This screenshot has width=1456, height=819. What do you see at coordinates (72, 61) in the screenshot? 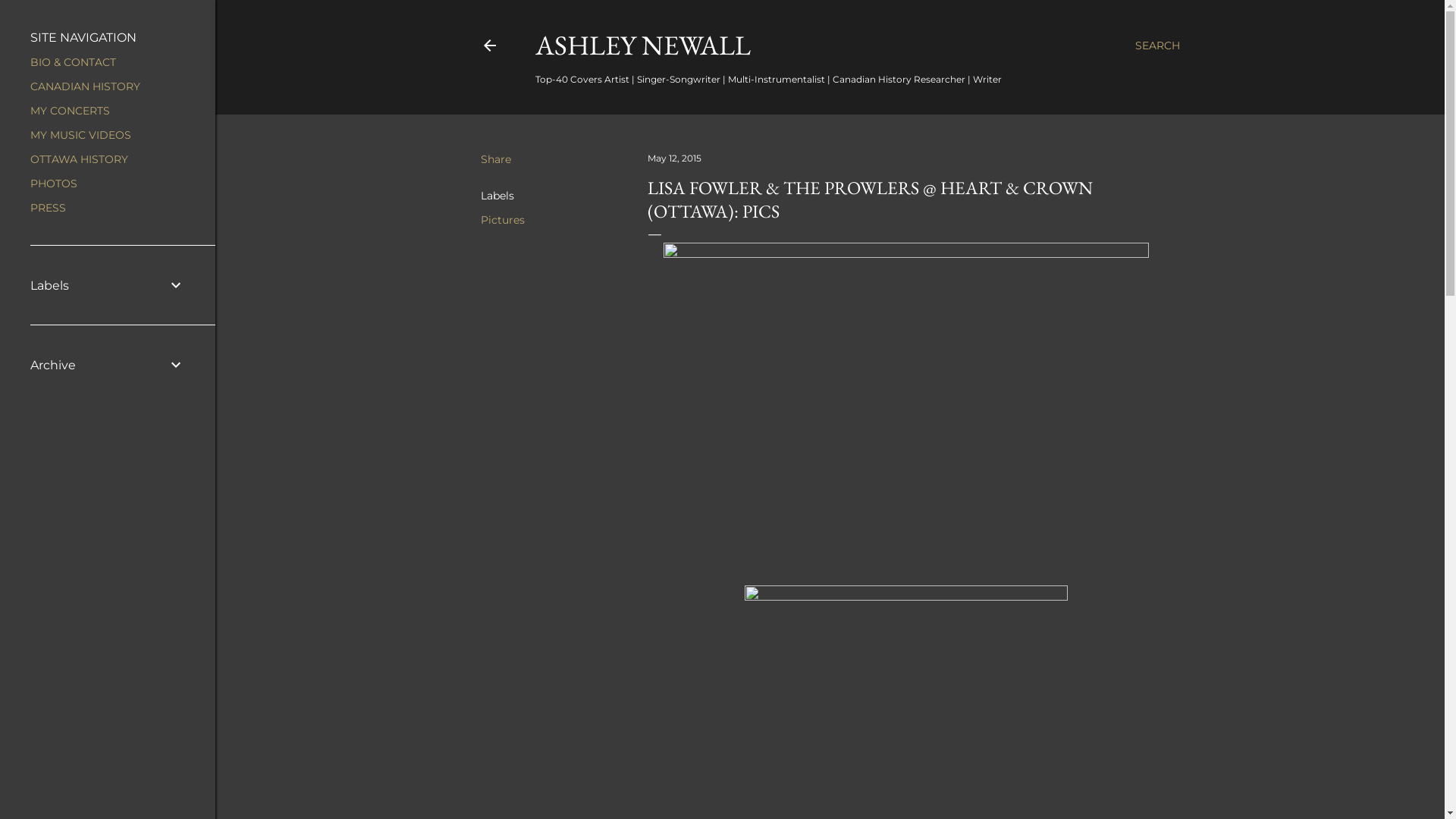
I see `'BIO & CONTACT'` at bounding box center [72, 61].